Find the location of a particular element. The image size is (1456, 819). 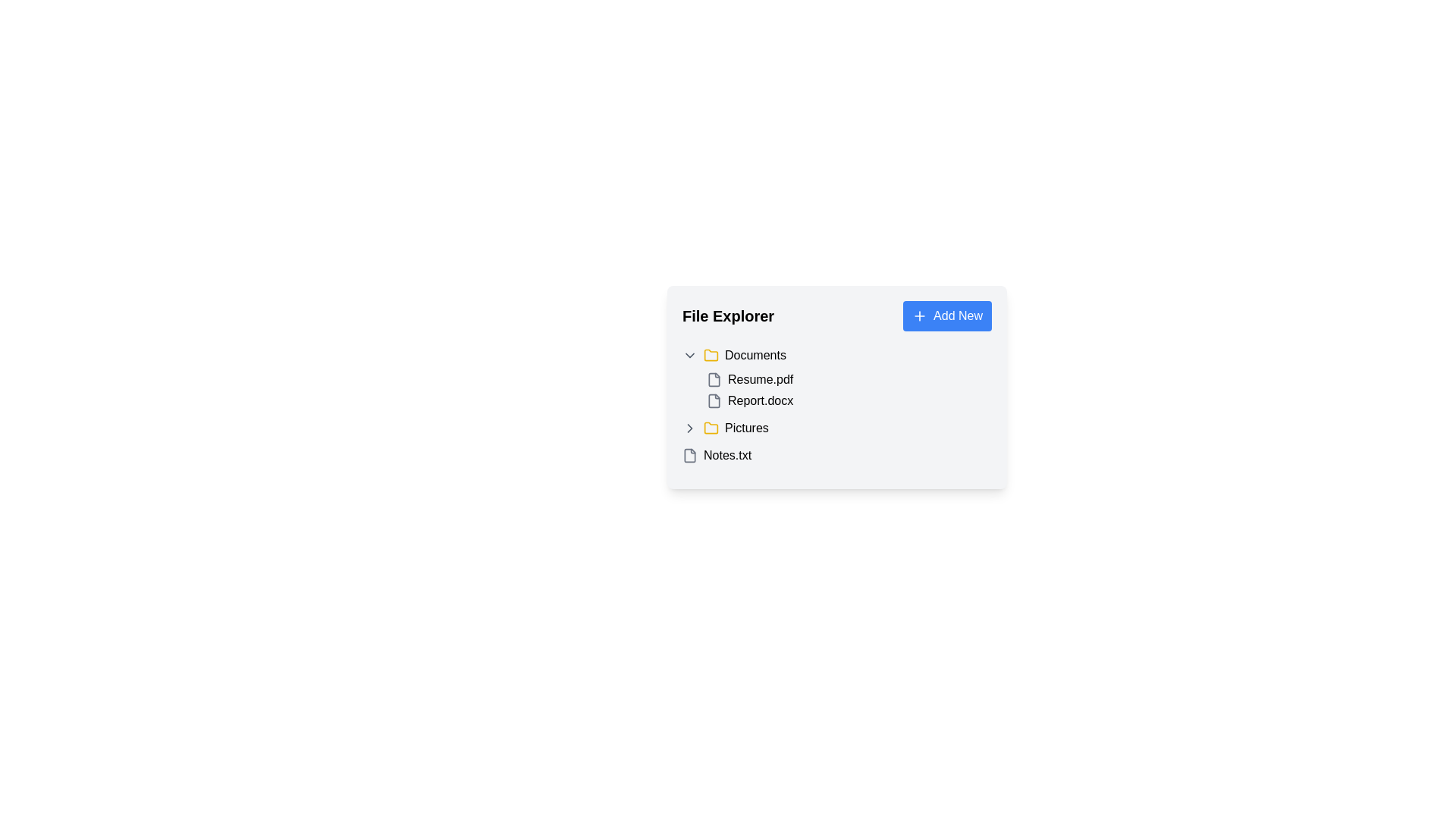

the folder icon representing the 'Pictures' directory in the file explorer interface is located at coordinates (710, 428).